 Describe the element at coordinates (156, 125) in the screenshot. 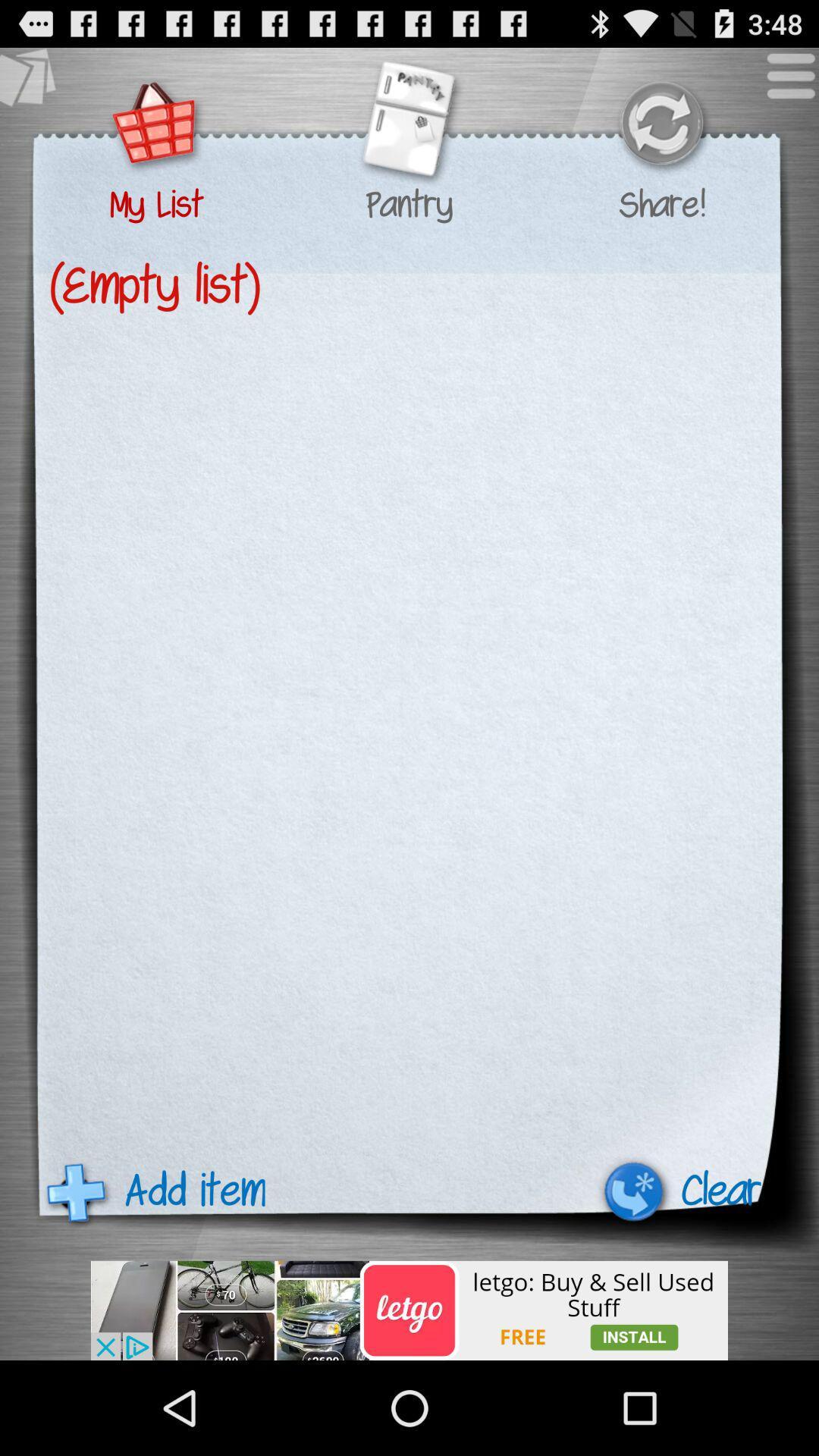

I see `mh` at that location.